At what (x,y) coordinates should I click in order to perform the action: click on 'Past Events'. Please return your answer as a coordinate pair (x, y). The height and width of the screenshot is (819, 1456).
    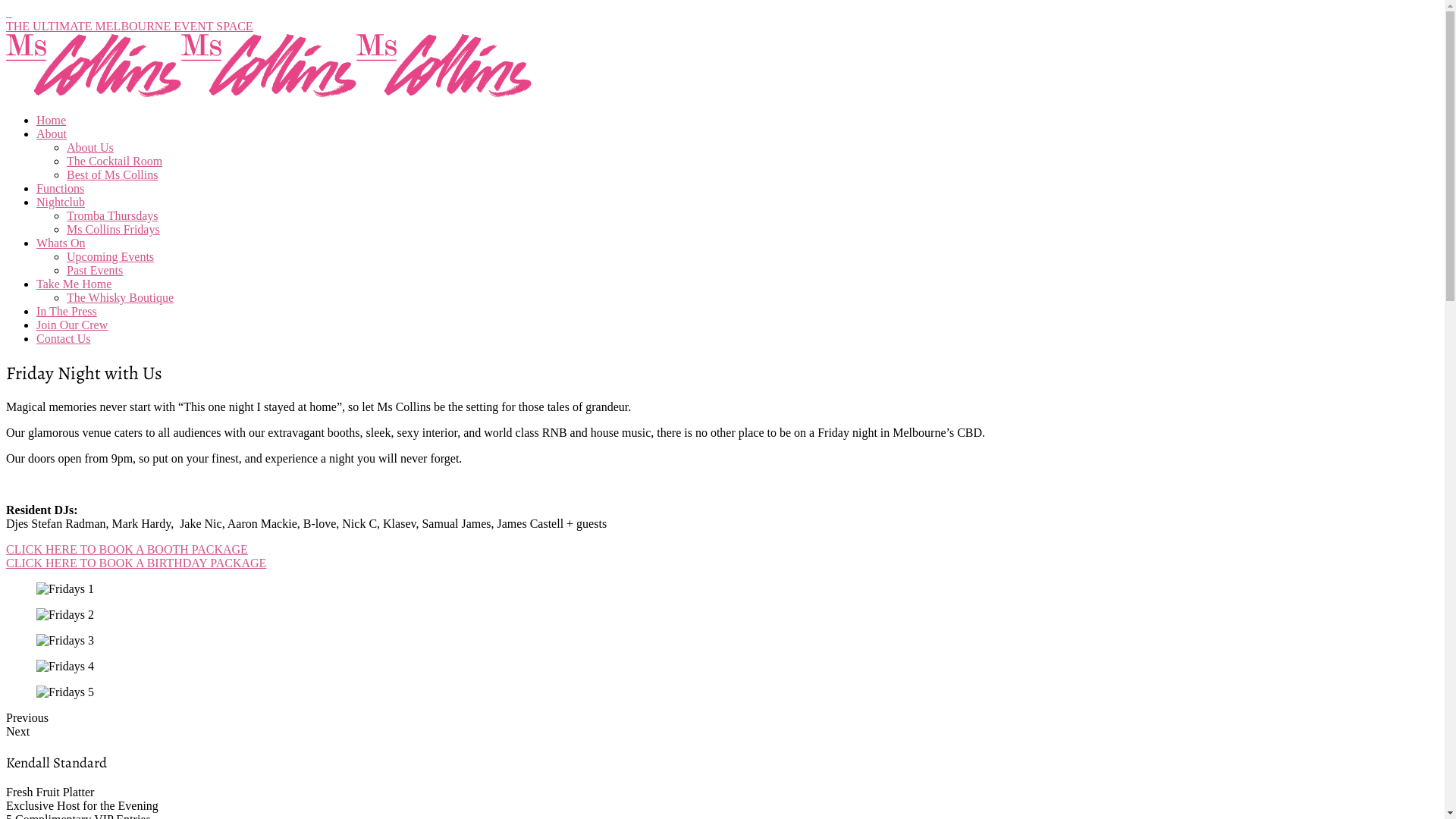
    Looking at the image, I should click on (93, 269).